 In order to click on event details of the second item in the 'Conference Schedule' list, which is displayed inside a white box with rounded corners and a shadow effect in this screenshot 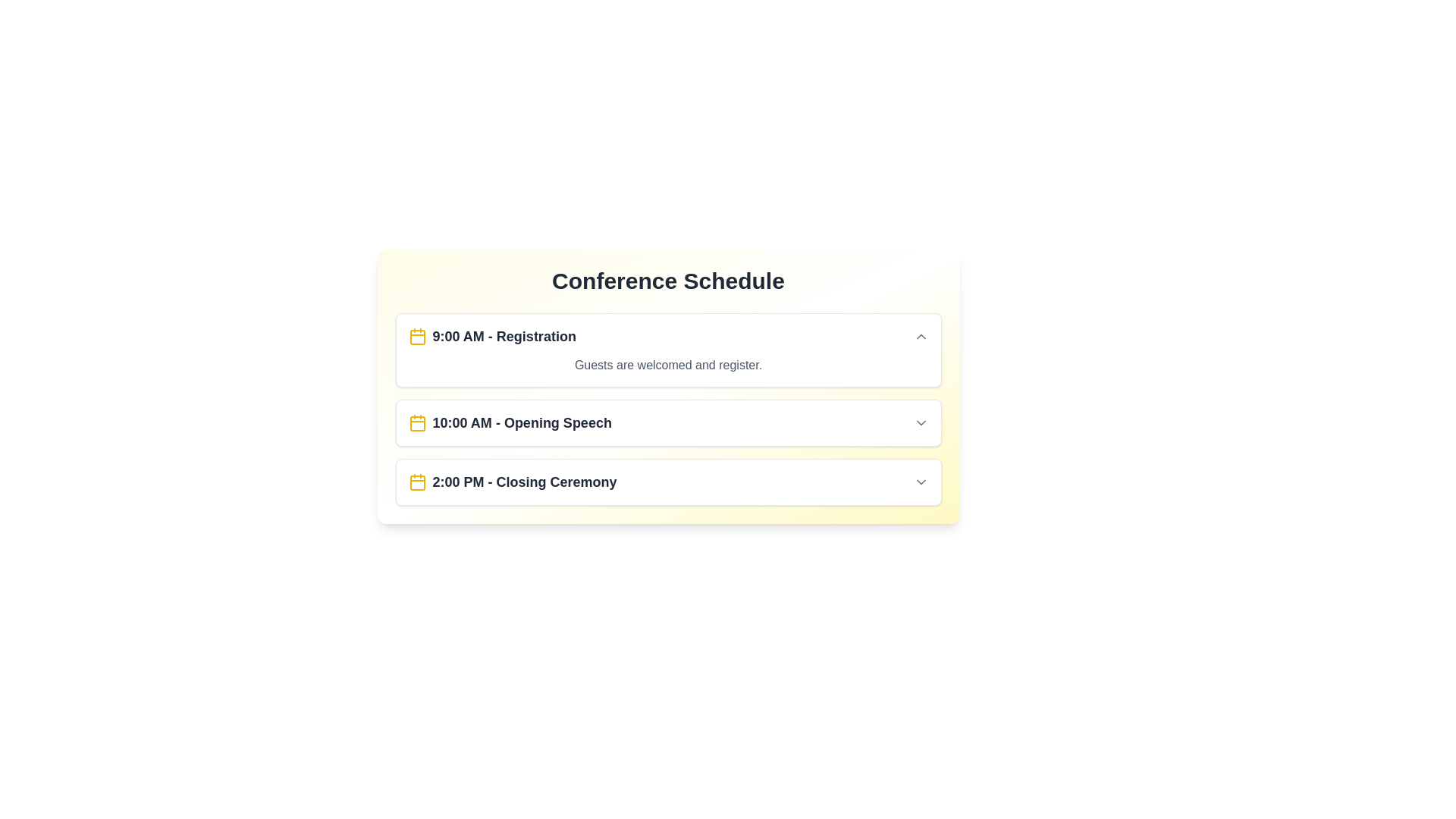, I will do `click(667, 409)`.